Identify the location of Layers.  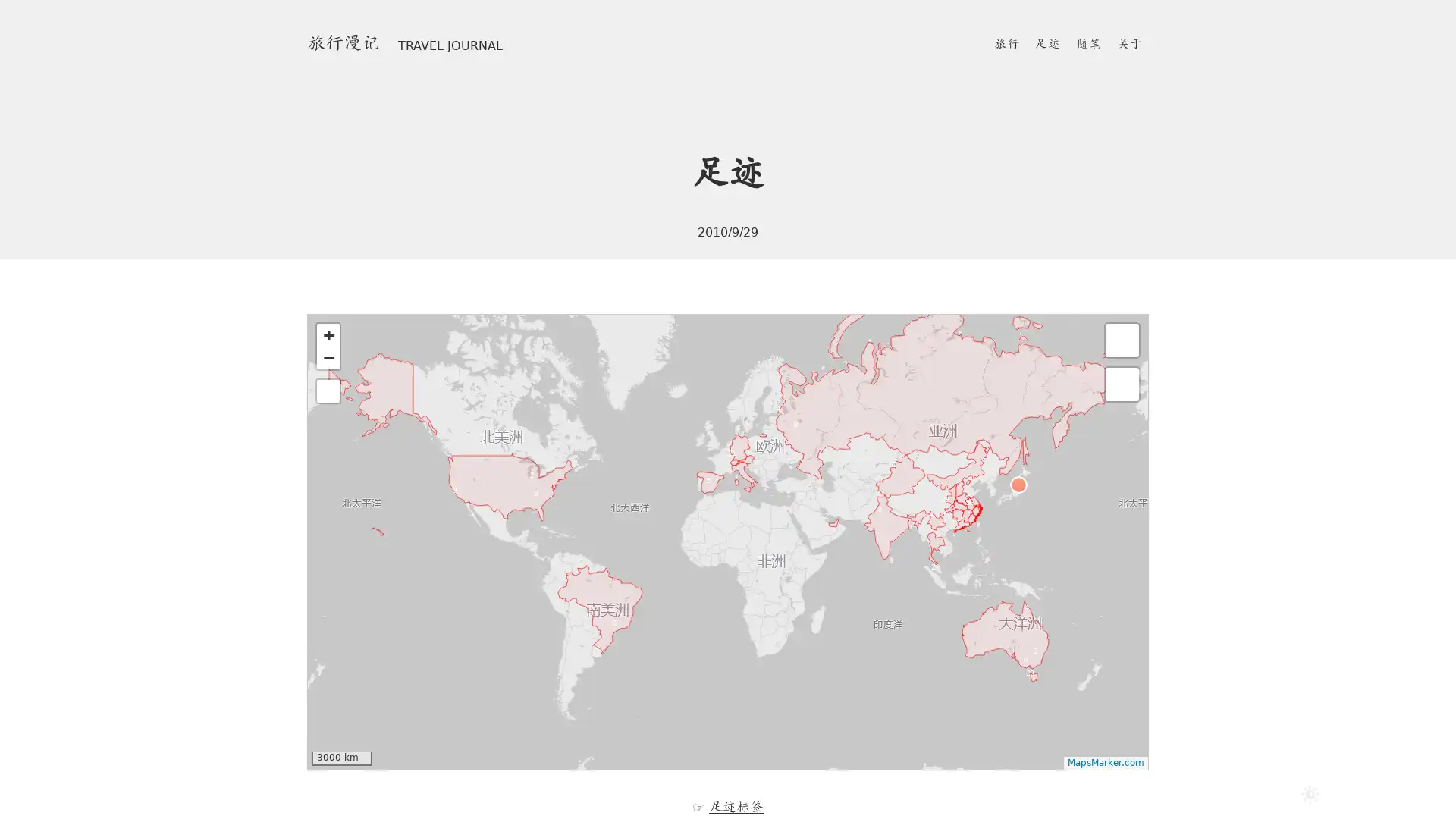
(1122, 338).